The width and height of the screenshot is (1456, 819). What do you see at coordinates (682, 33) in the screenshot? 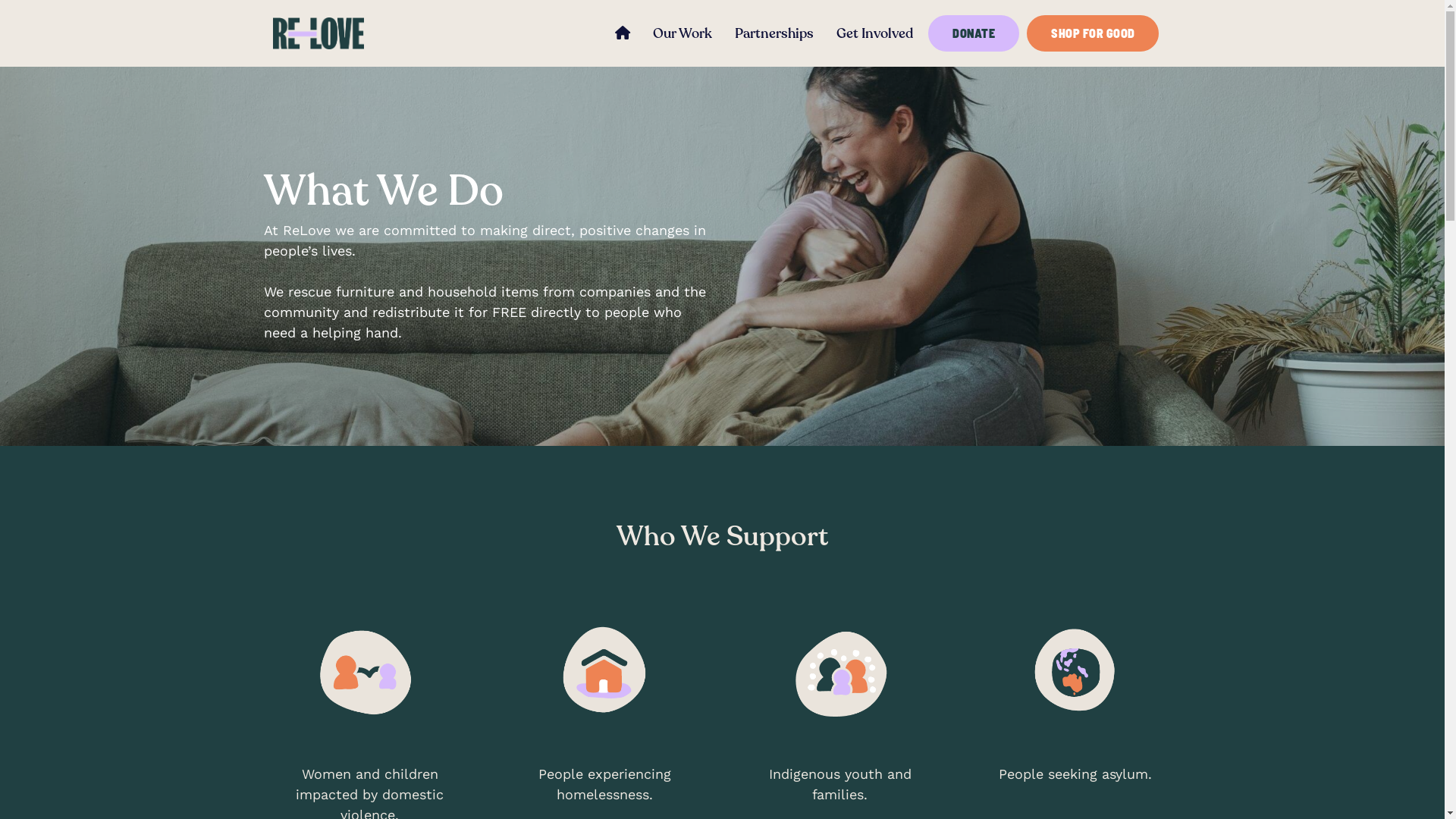
I see `'Our Work'` at bounding box center [682, 33].